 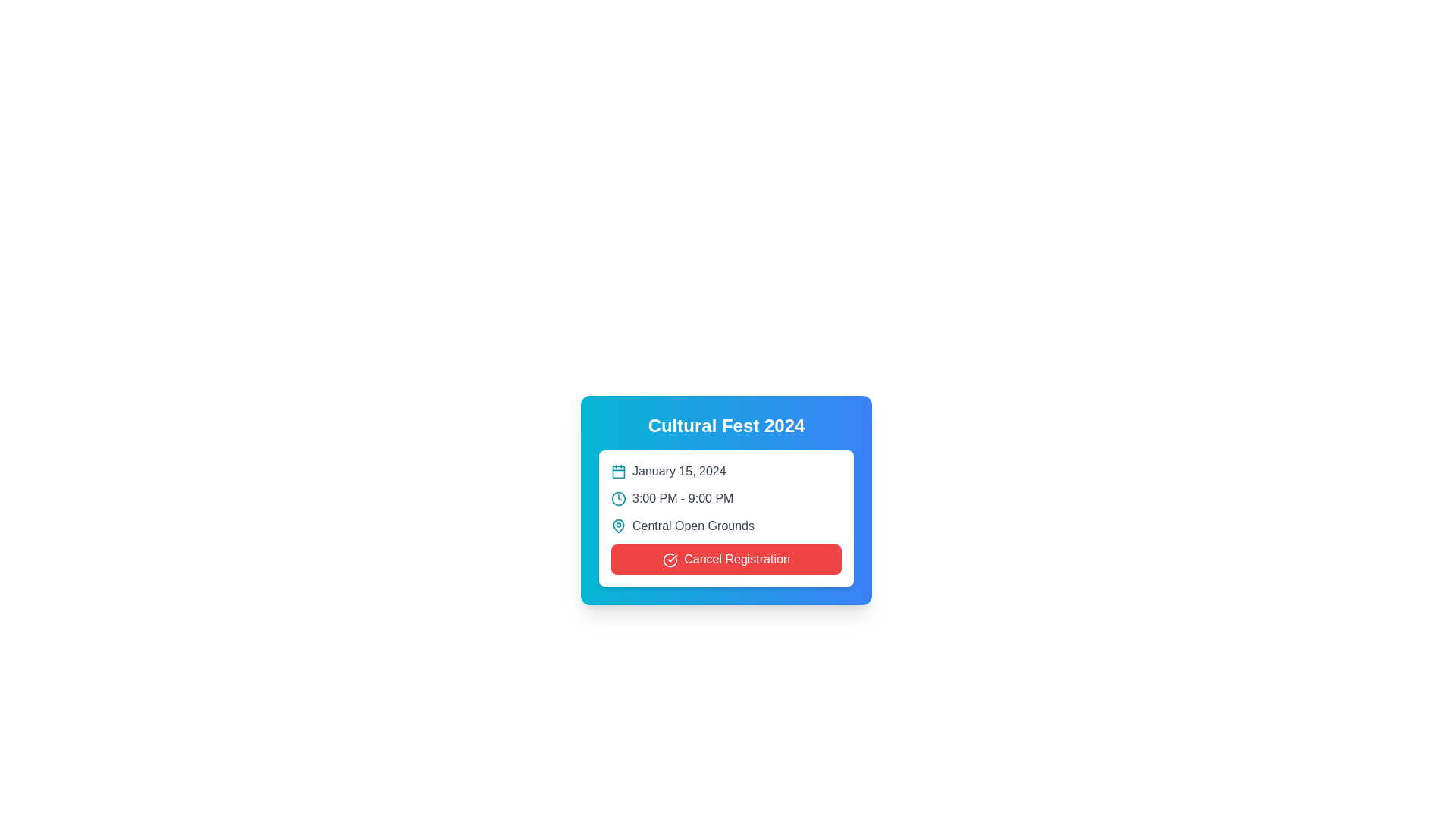 I want to click on text label displaying '3:00 PM - 9:00 PM', which is located centrally within the event details box beneath the date and above the location description, so click(x=682, y=499).